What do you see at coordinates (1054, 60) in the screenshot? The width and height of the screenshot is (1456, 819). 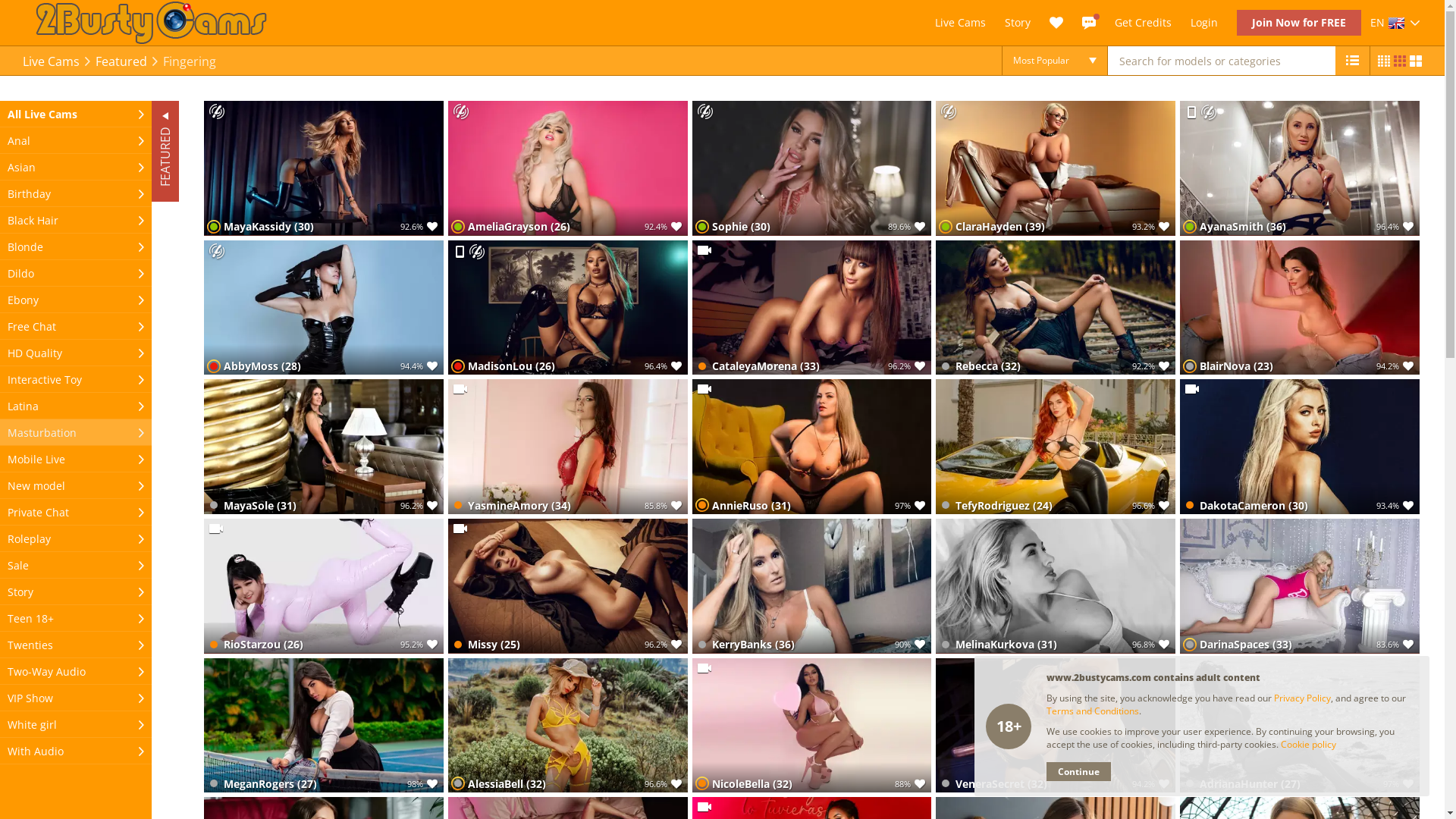 I see `'Most Popular'` at bounding box center [1054, 60].